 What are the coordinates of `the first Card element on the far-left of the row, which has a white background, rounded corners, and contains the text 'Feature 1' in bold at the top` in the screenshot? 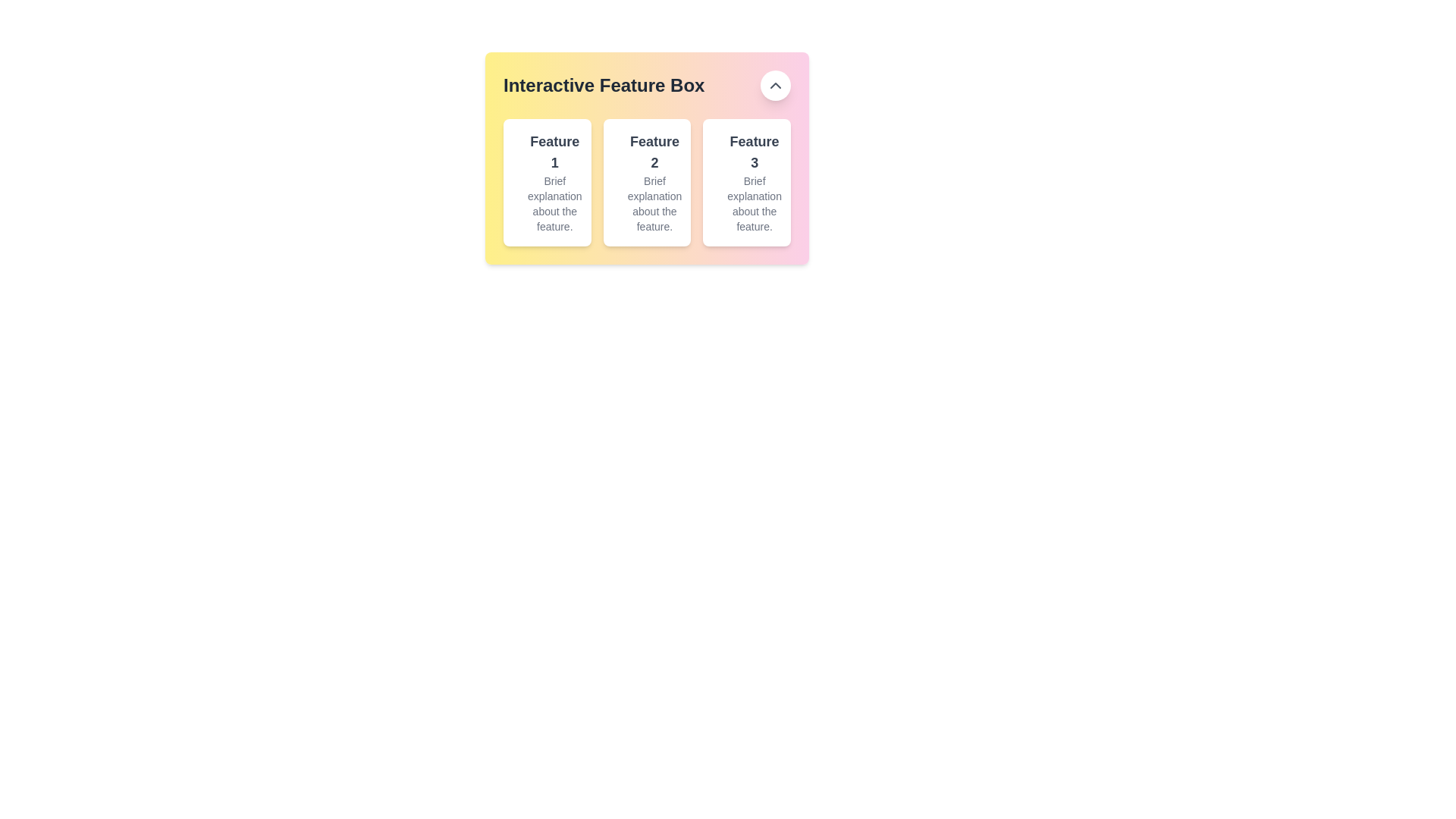 It's located at (546, 181).